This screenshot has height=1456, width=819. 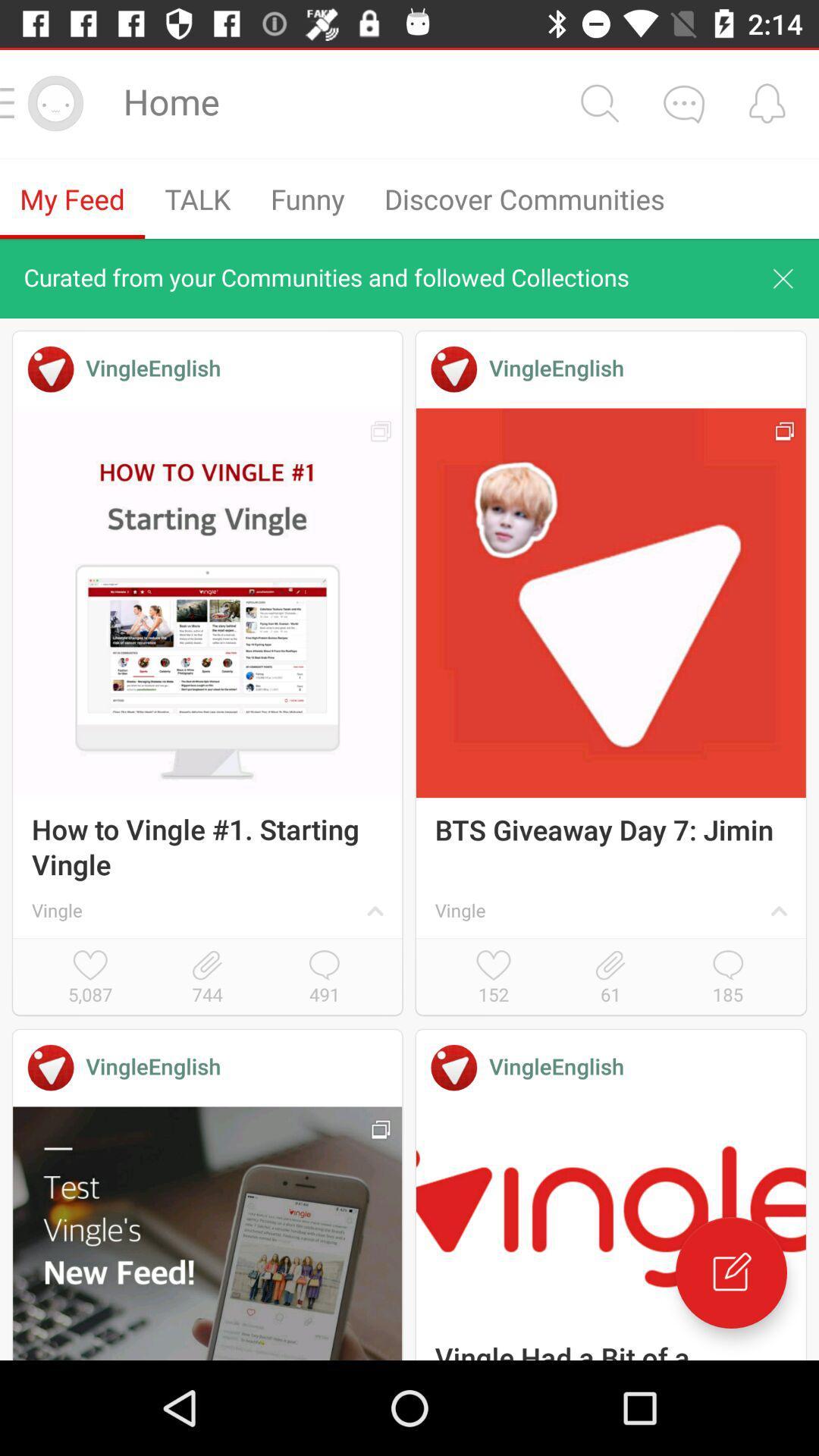 I want to click on notification, so click(x=767, y=102).